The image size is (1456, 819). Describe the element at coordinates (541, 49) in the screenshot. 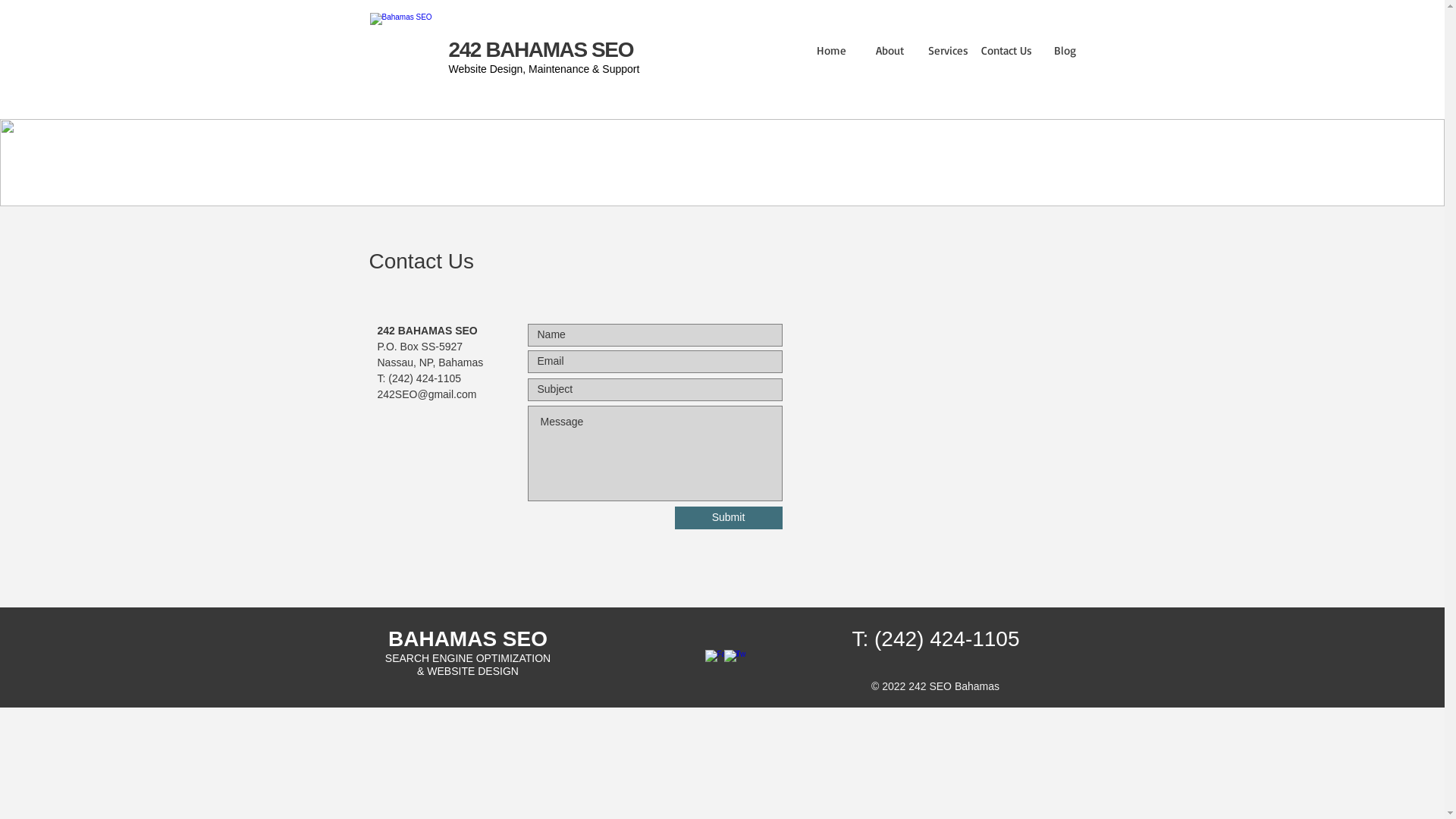

I see `'242 BAHAMAS SEO'` at that location.